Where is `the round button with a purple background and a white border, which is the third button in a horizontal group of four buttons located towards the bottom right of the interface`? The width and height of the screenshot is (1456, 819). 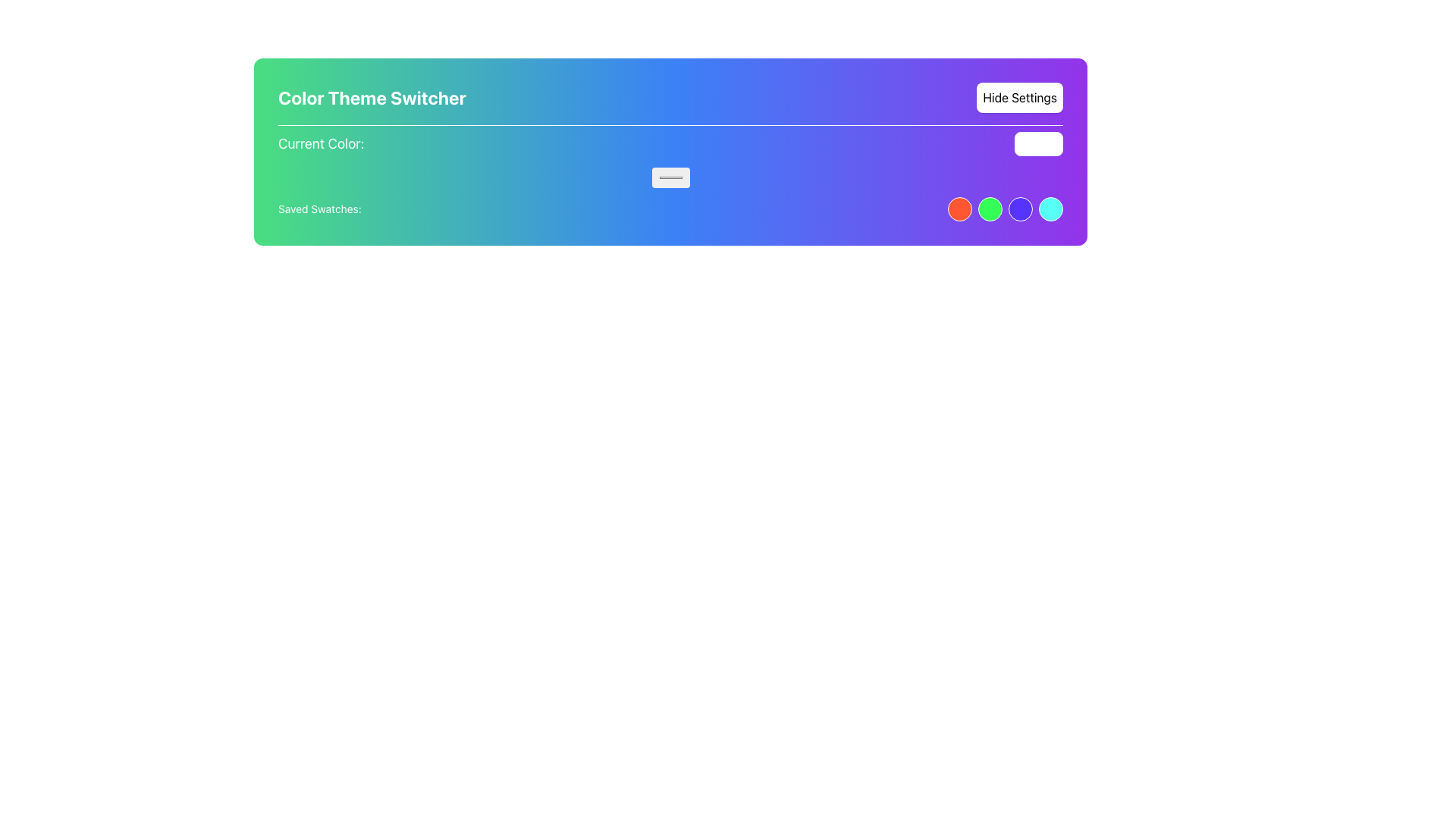 the round button with a purple background and a white border, which is the third button in a horizontal group of four buttons located towards the bottom right of the interface is located at coordinates (1020, 209).